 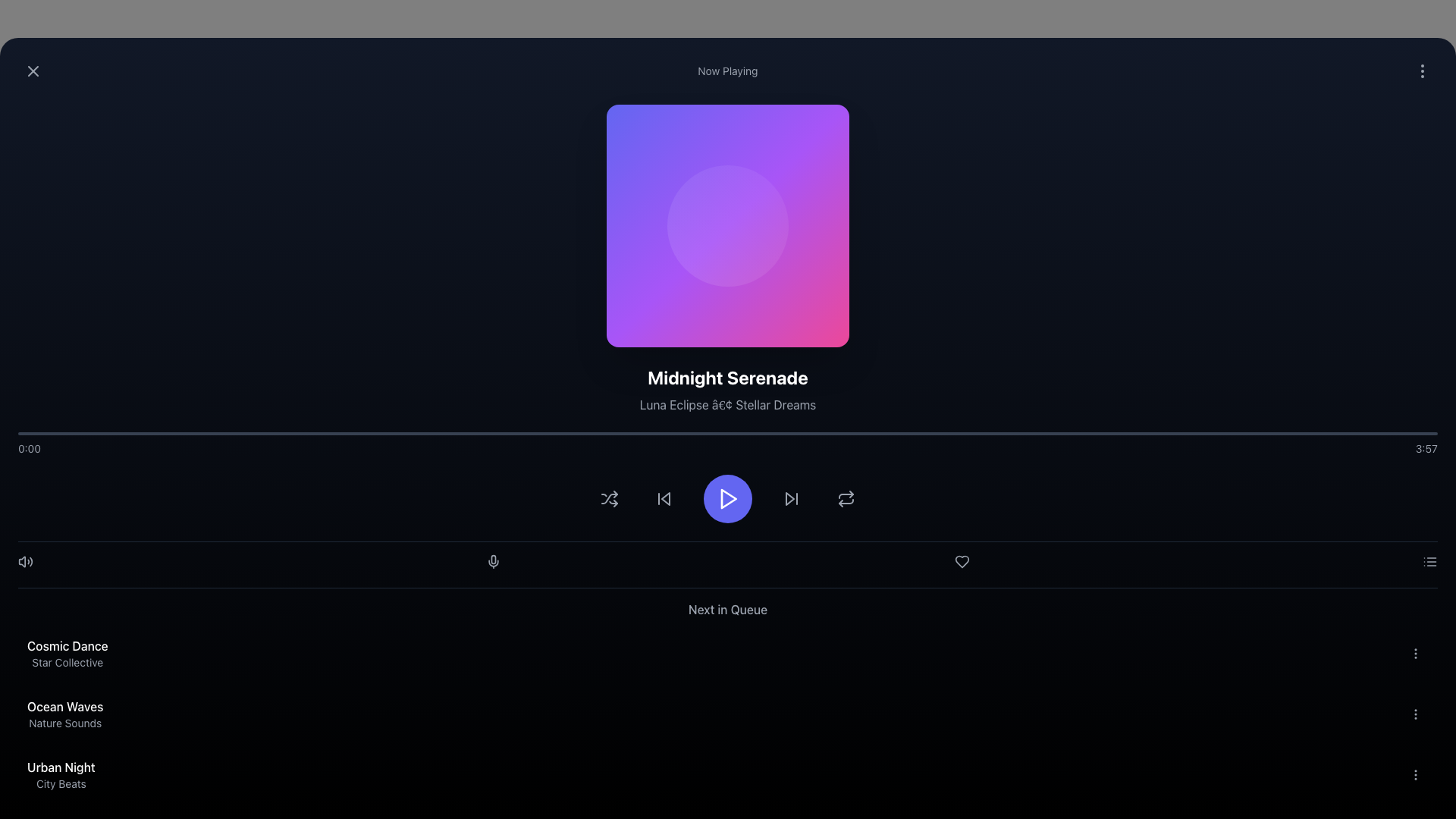 What do you see at coordinates (666, 499) in the screenshot?
I see `the decorative element of the skip-back button located to the left of the central play button in the control bar, which provides visual feedback` at bounding box center [666, 499].